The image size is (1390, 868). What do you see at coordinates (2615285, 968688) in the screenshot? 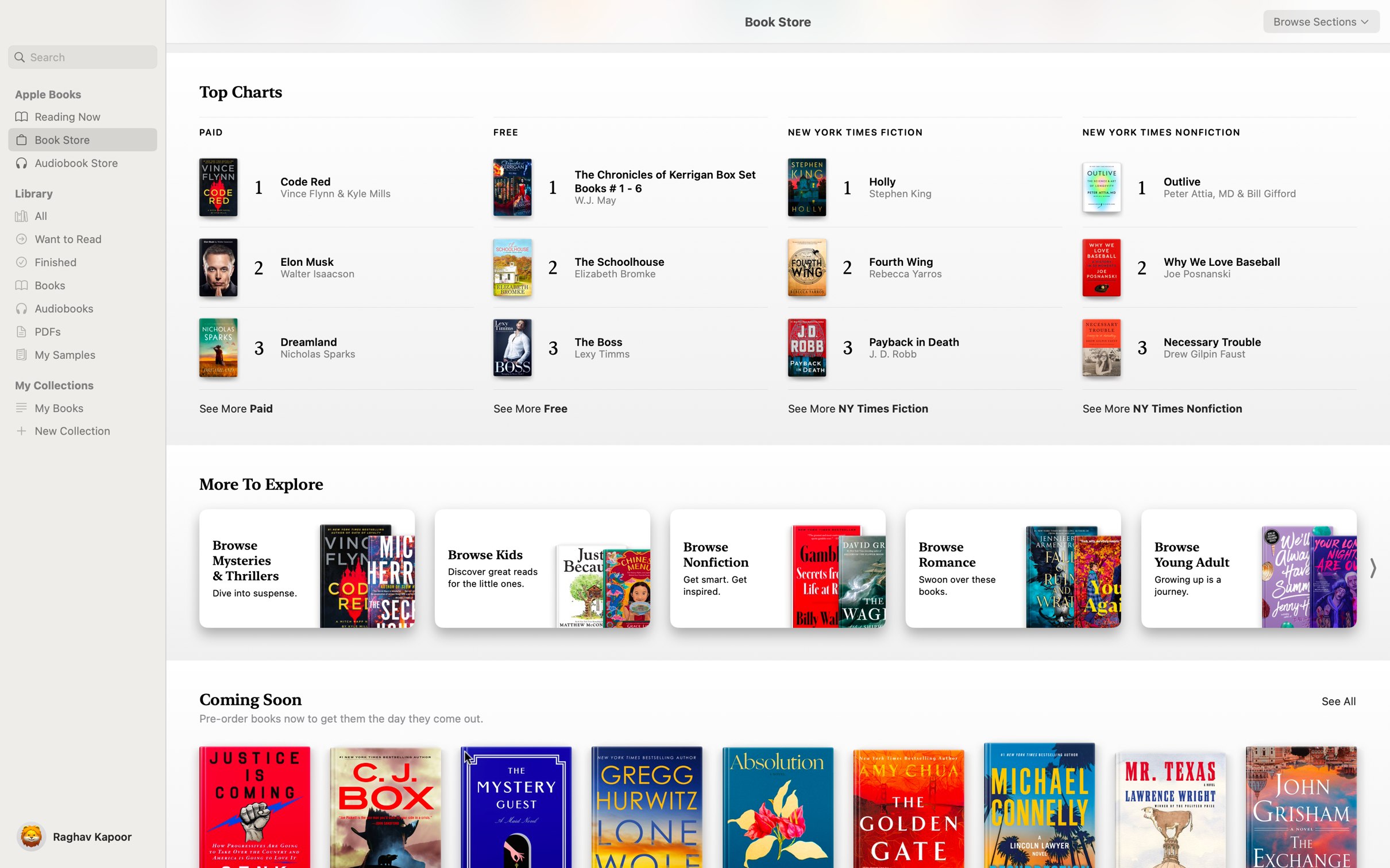
I see `see the upcoming titles` at bounding box center [2615285, 968688].